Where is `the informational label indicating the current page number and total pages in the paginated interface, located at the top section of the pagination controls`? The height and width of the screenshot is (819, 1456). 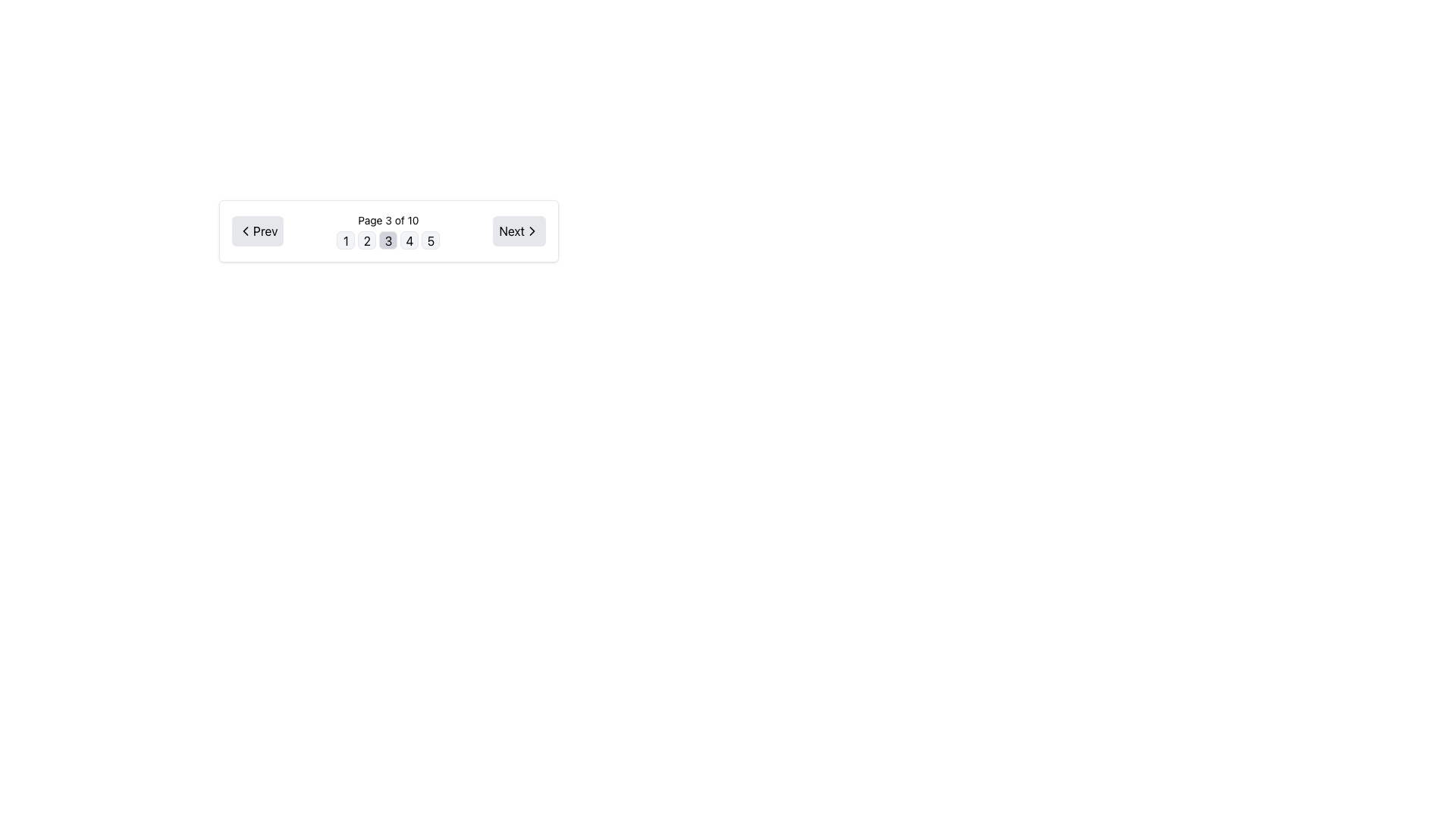
the informational label indicating the current page number and total pages in the paginated interface, located at the top section of the pagination controls is located at coordinates (388, 220).